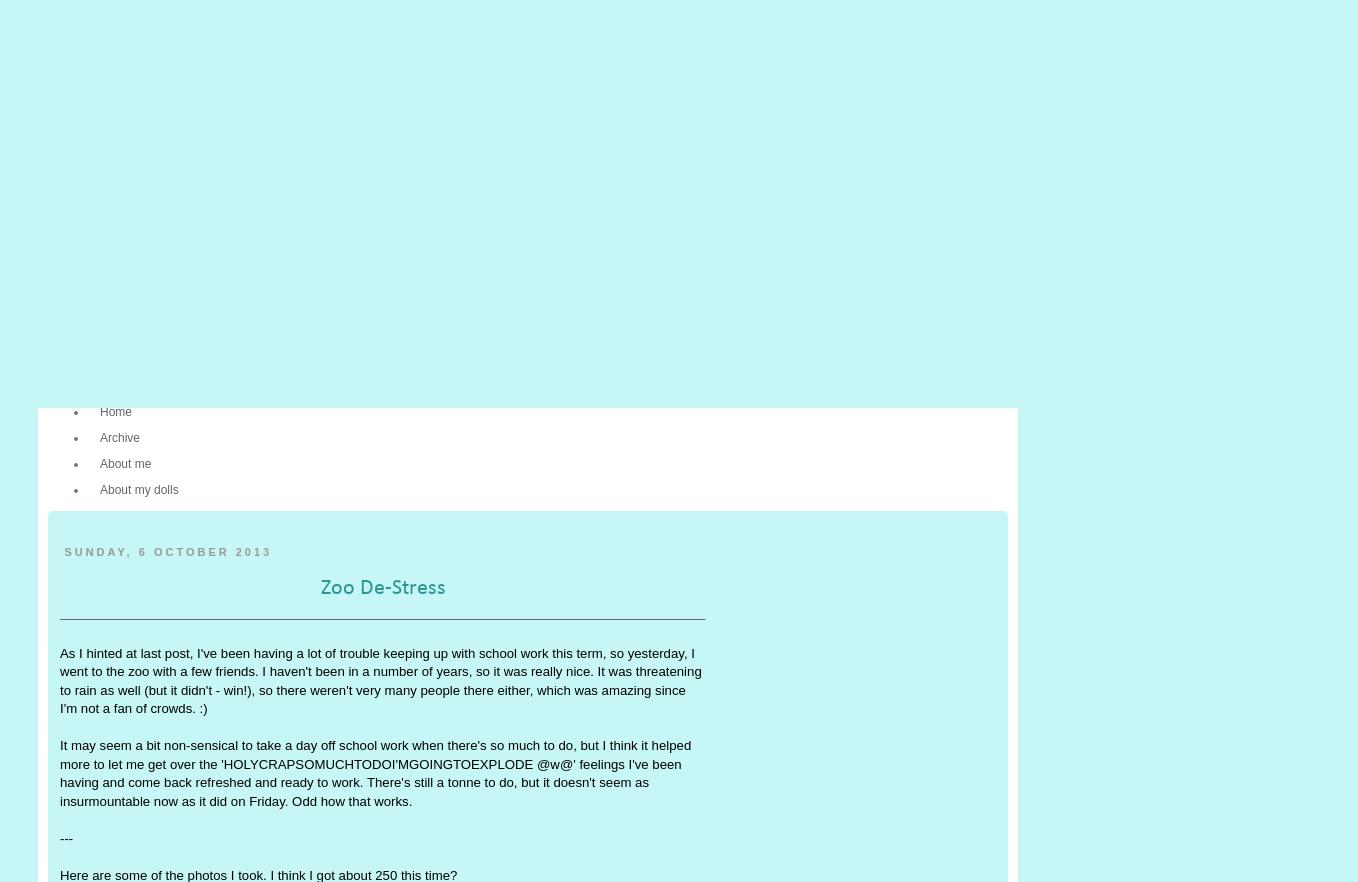 This screenshot has height=882, width=1358. Describe the element at coordinates (509, 353) in the screenshot. I see `'Trade List'` at that location.